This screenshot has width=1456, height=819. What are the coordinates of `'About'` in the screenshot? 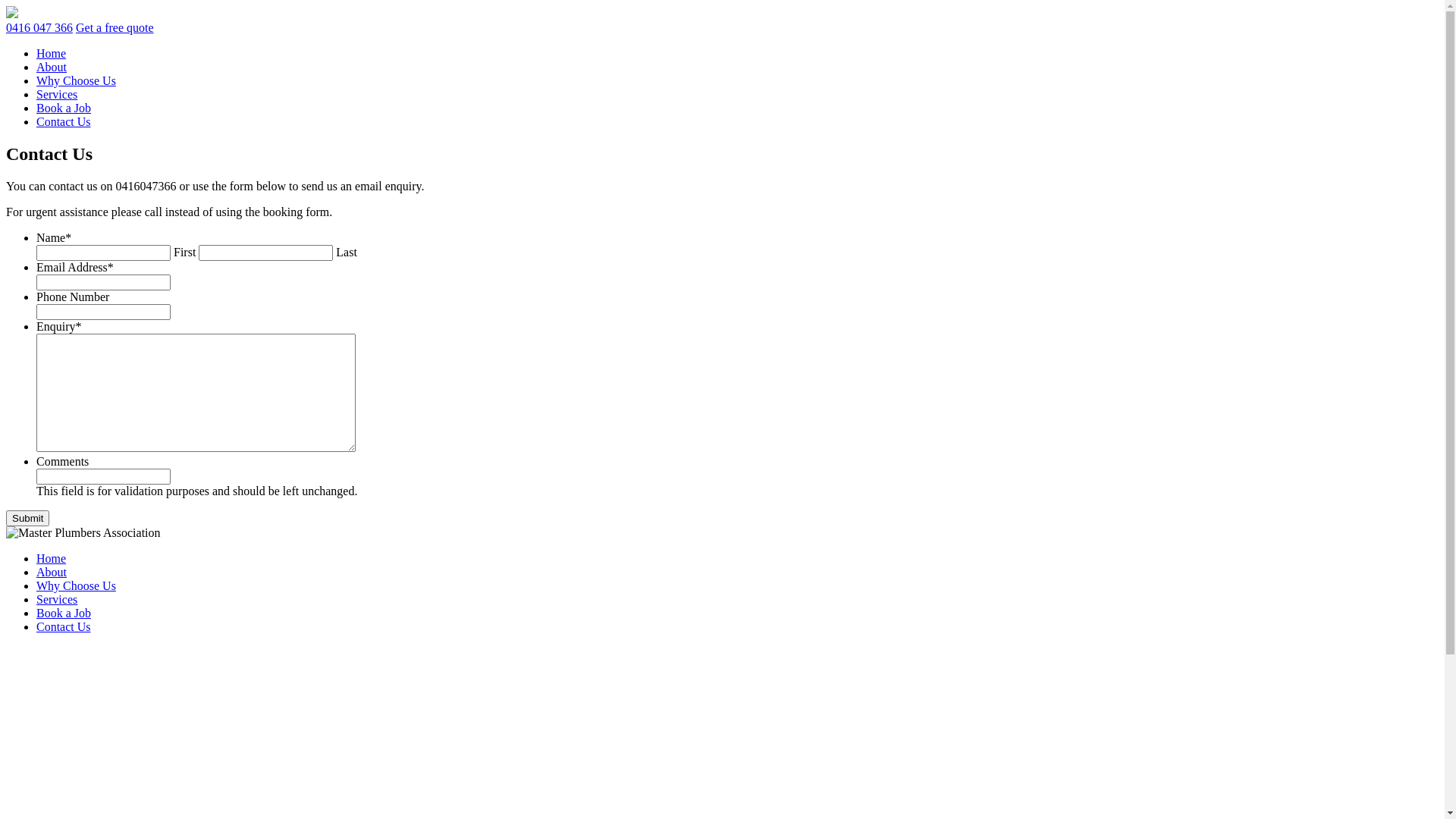 It's located at (51, 572).